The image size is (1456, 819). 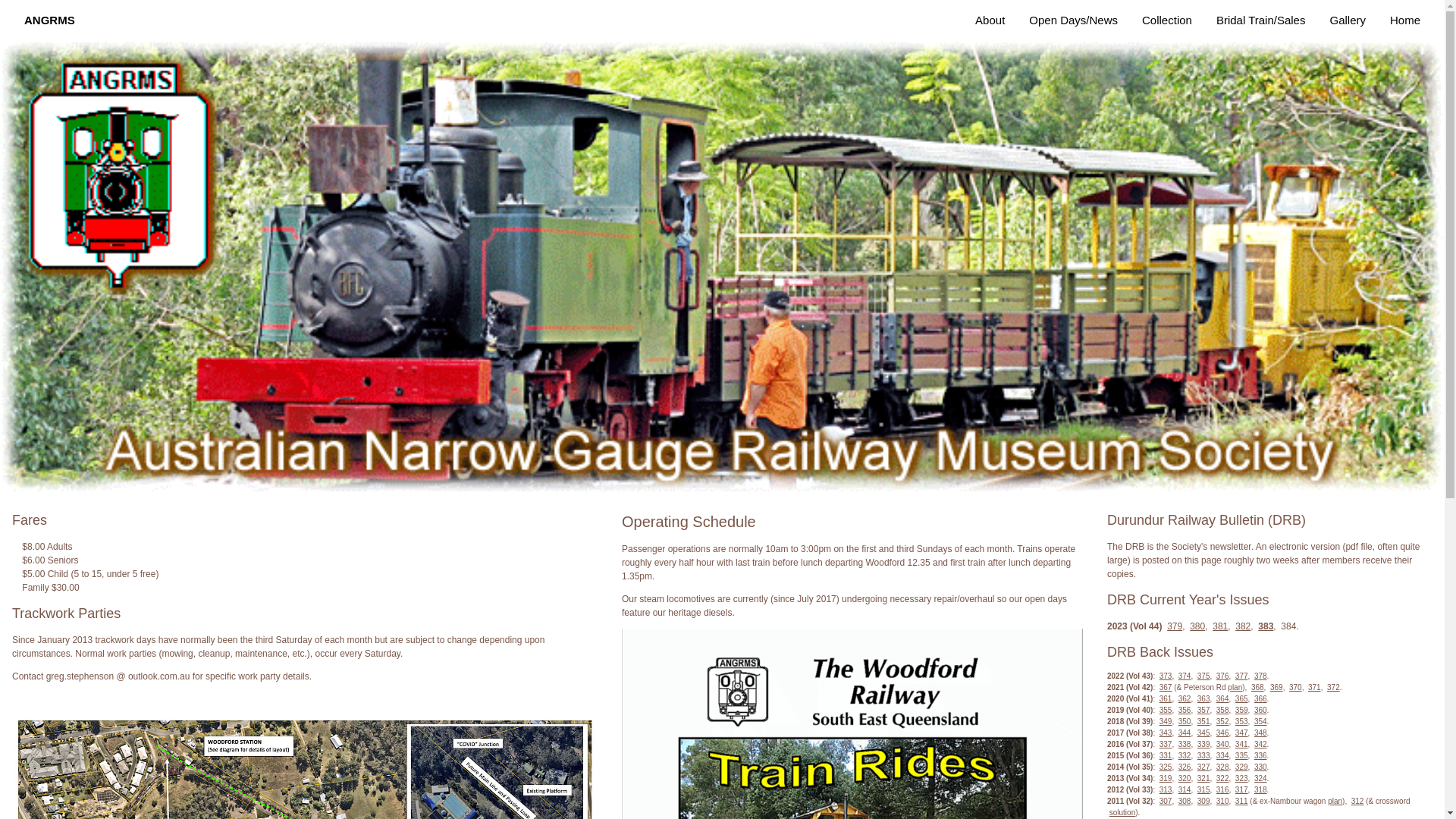 What do you see at coordinates (1203, 743) in the screenshot?
I see `'339'` at bounding box center [1203, 743].